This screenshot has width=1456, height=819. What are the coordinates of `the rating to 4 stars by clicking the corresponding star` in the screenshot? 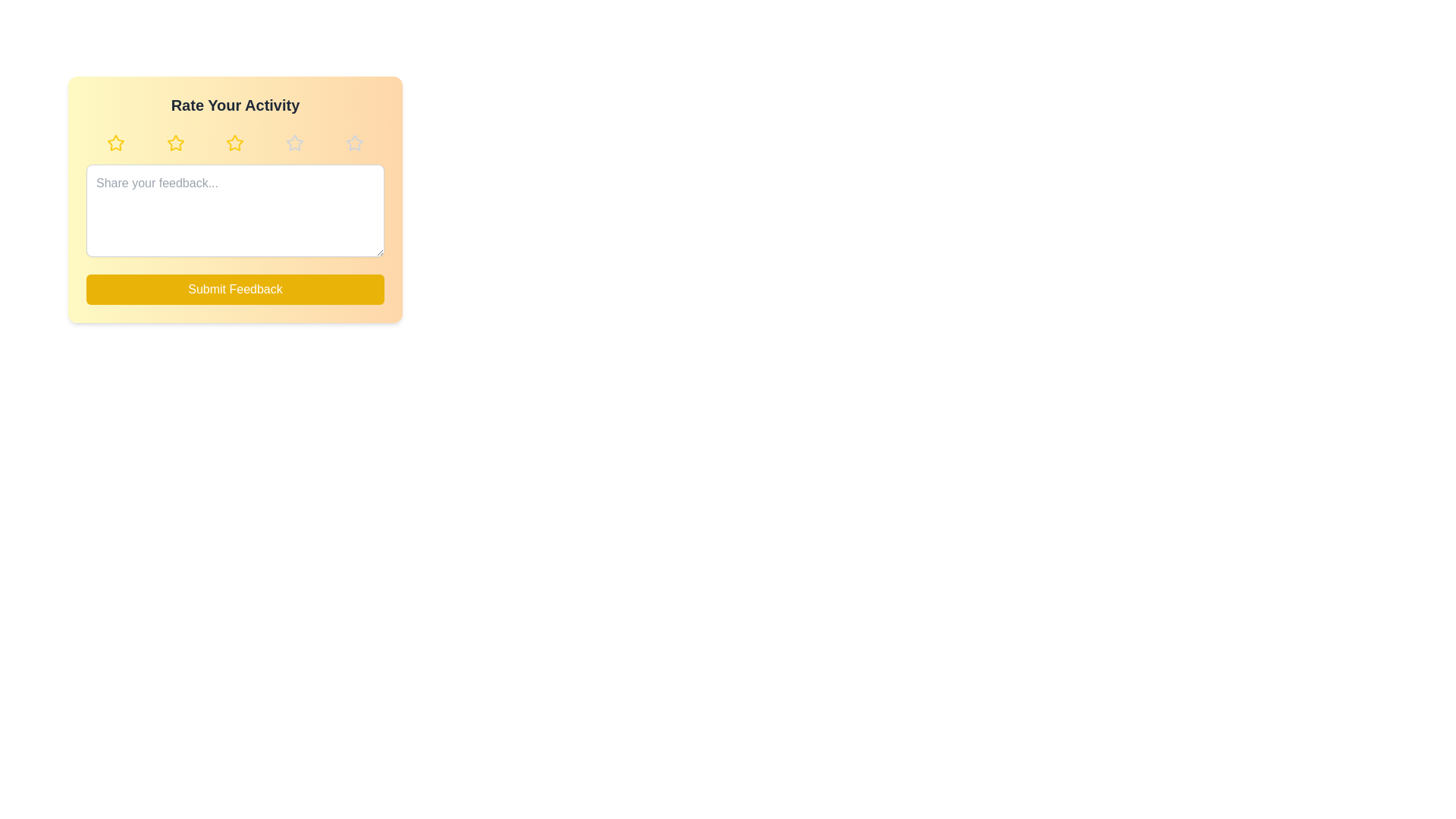 It's located at (294, 143).